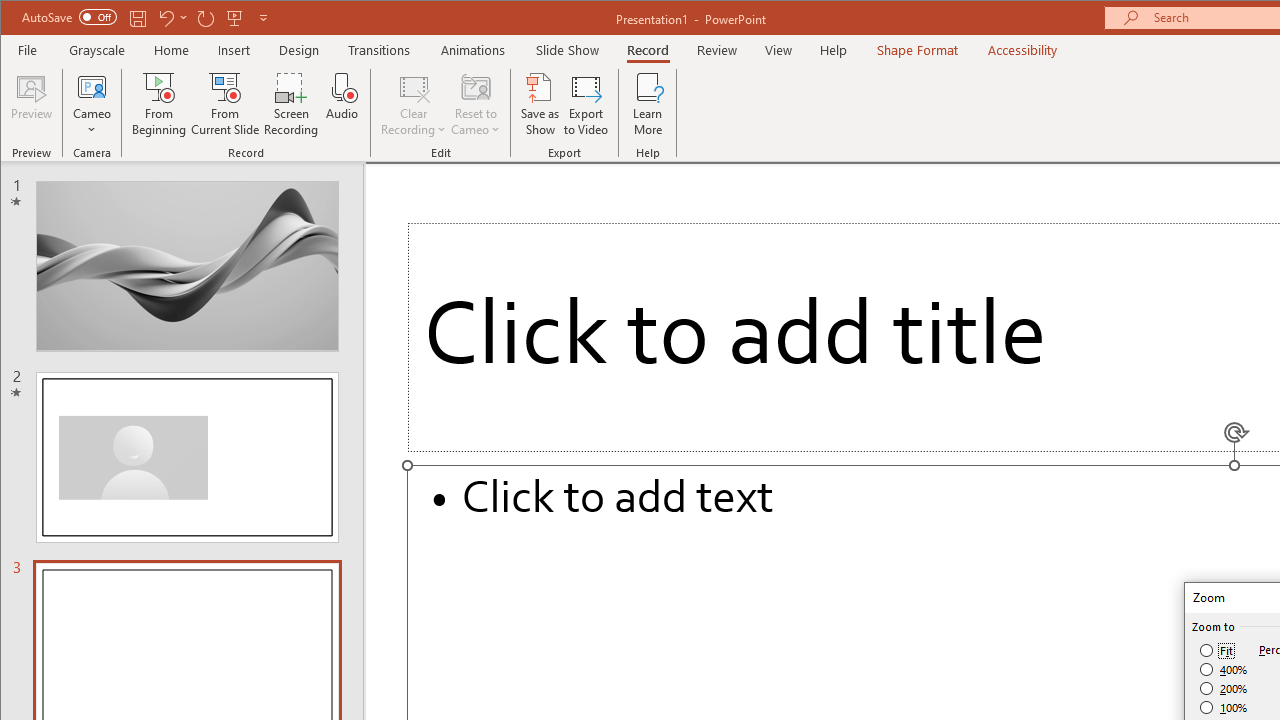 This screenshot has height=720, width=1280. What do you see at coordinates (413, 104) in the screenshot?
I see `'Clear Recording'` at bounding box center [413, 104].